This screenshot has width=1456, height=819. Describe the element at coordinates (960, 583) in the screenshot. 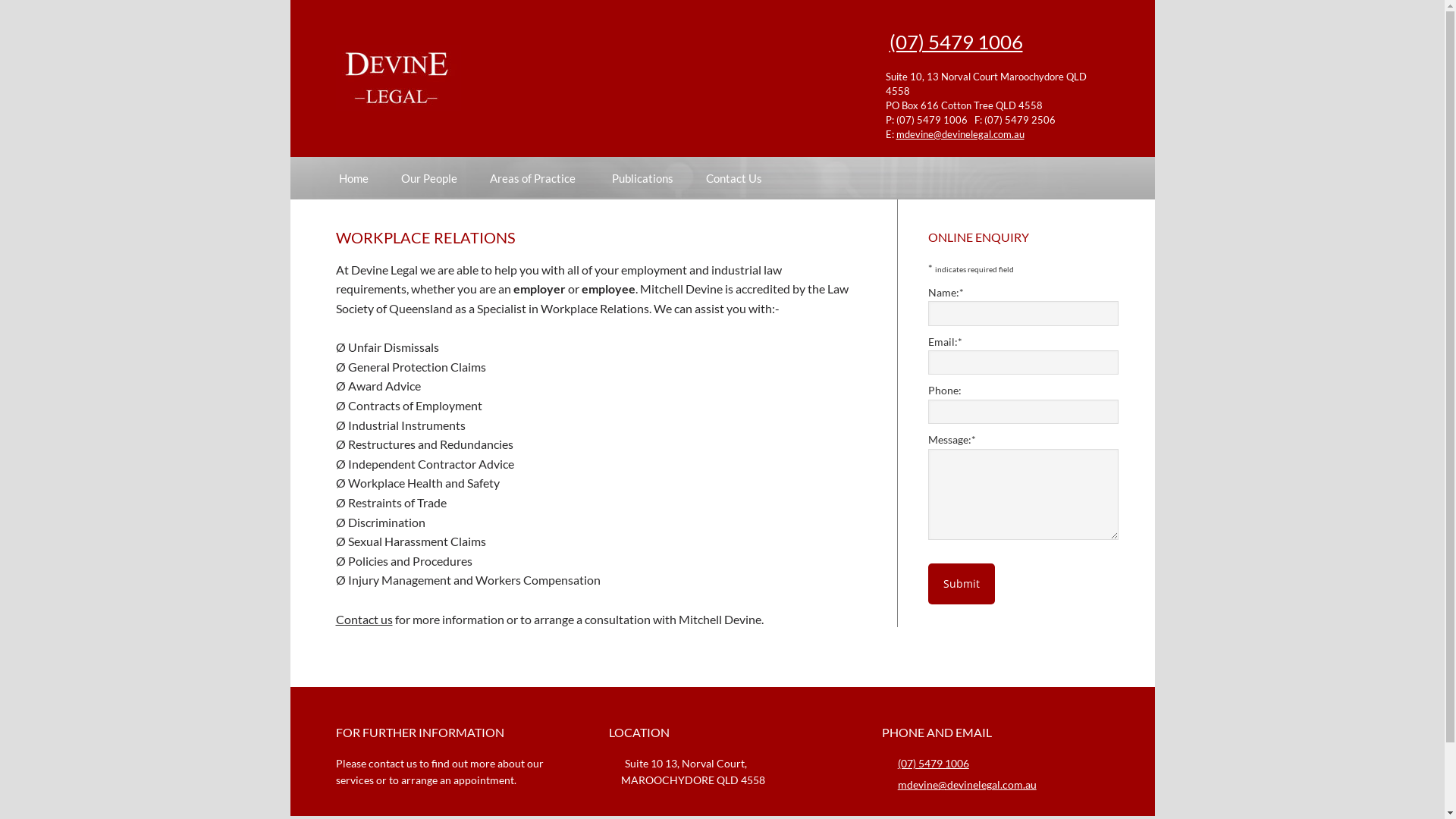

I see `'Submit'` at that location.